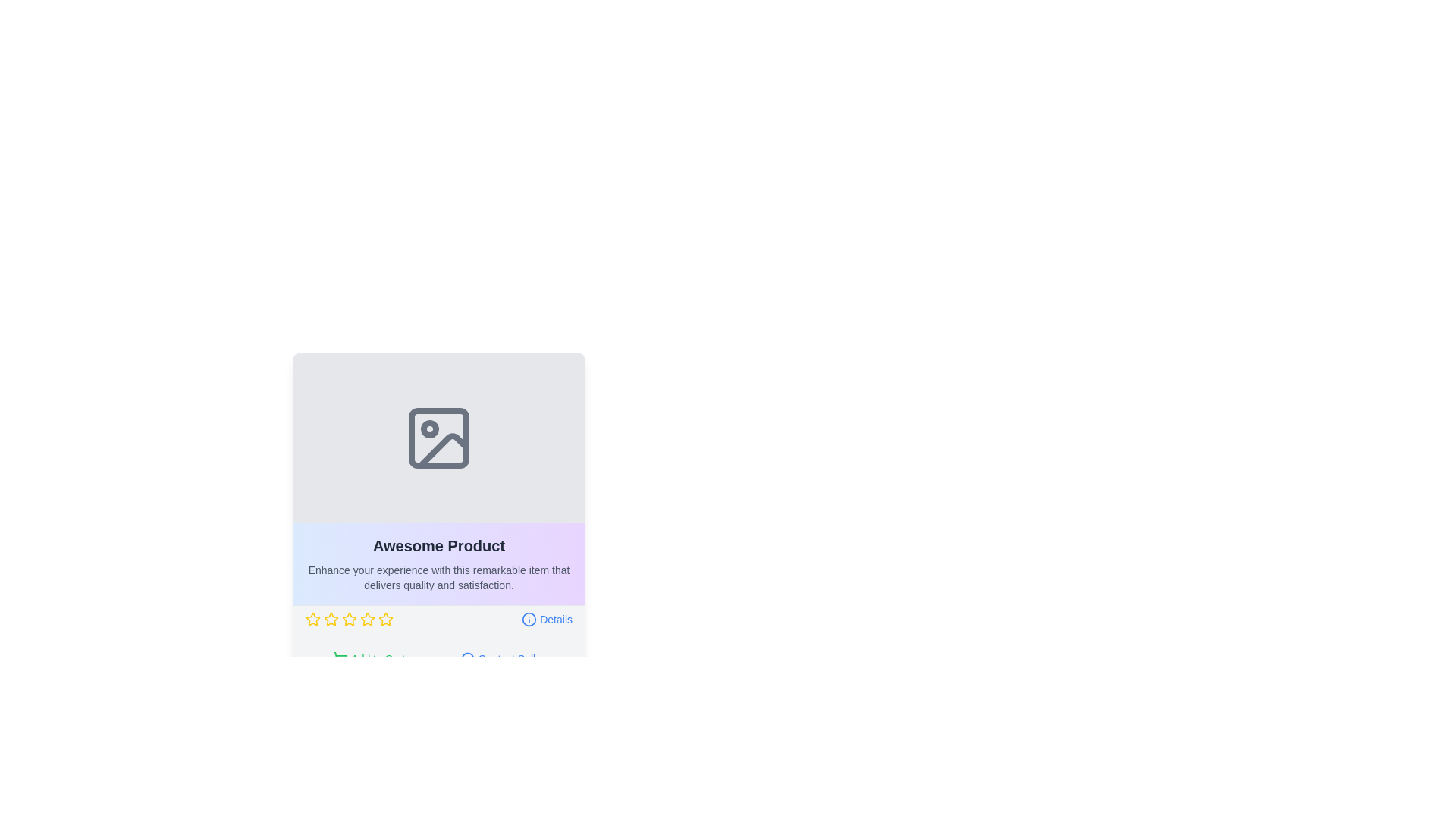 This screenshot has height=819, width=1456. I want to click on the green shopping cart icon located to the left of the 'Add to Cart' button, so click(340, 657).